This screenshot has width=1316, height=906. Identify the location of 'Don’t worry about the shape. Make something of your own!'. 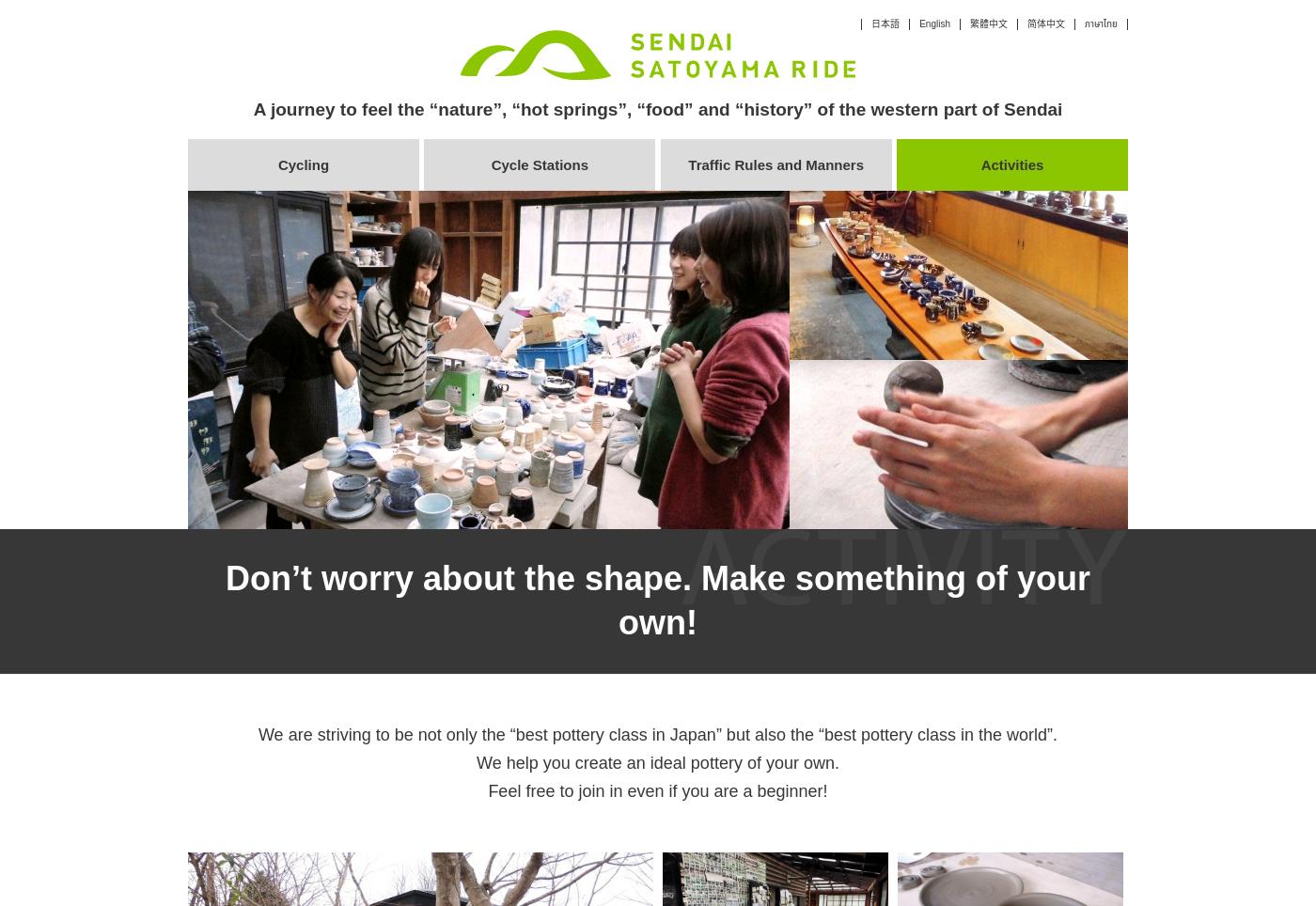
(224, 601).